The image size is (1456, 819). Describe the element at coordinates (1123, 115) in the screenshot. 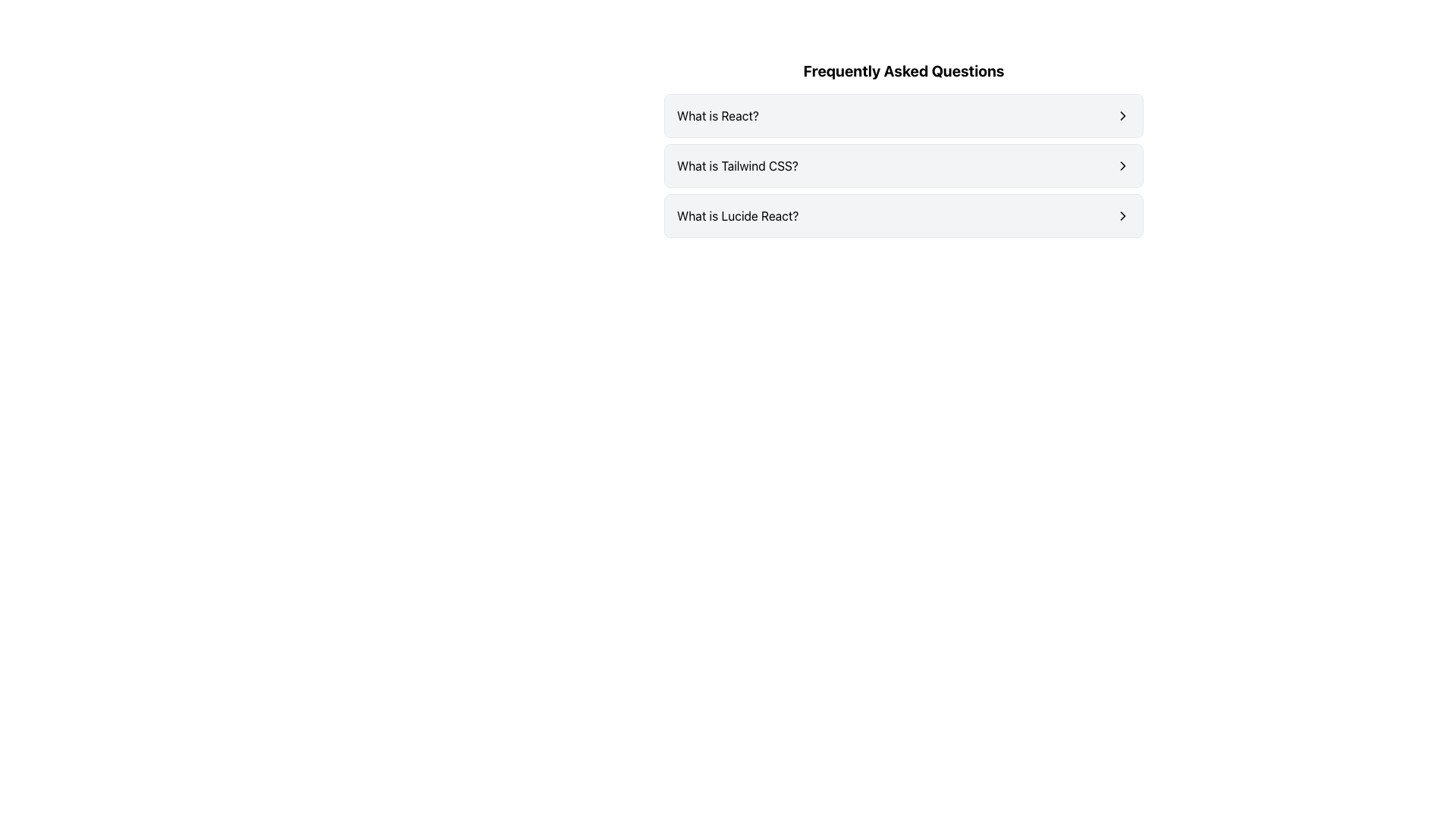

I see `the arrow icon on the far right of the 'What is React?' item in the FAQ interface` at that location.